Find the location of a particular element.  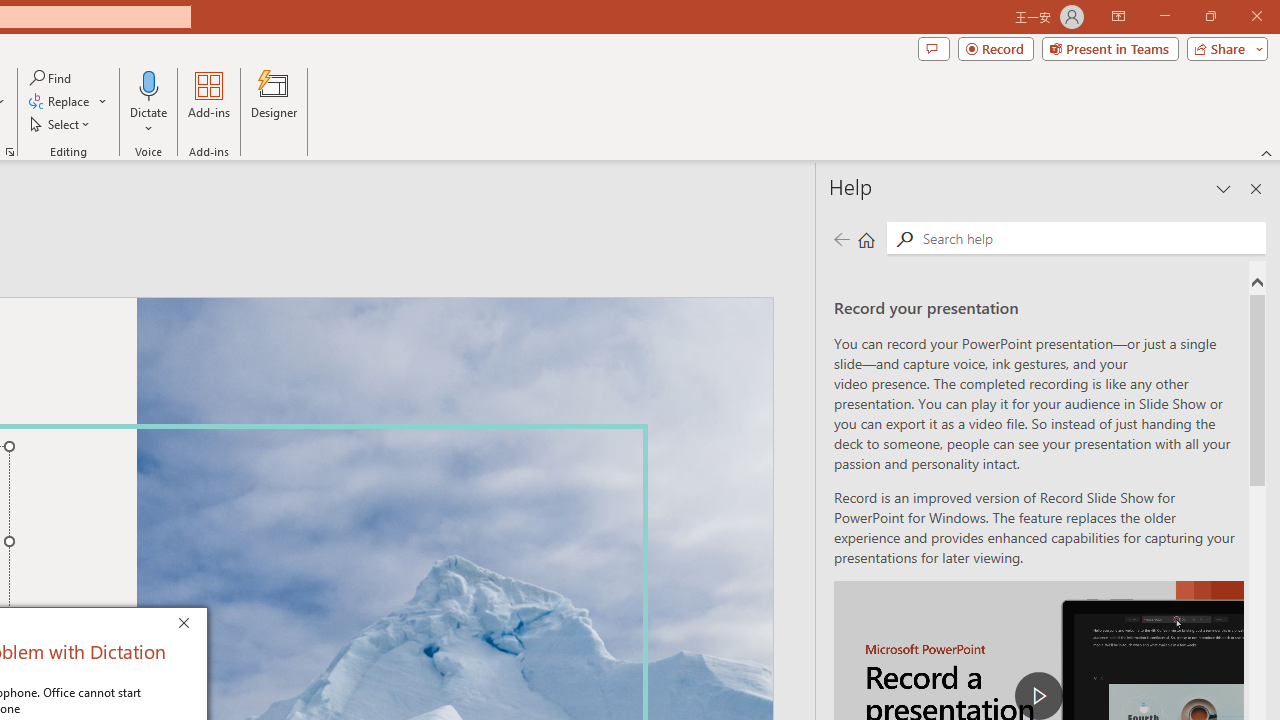

'More Options' is located at coordinates (148, 121).